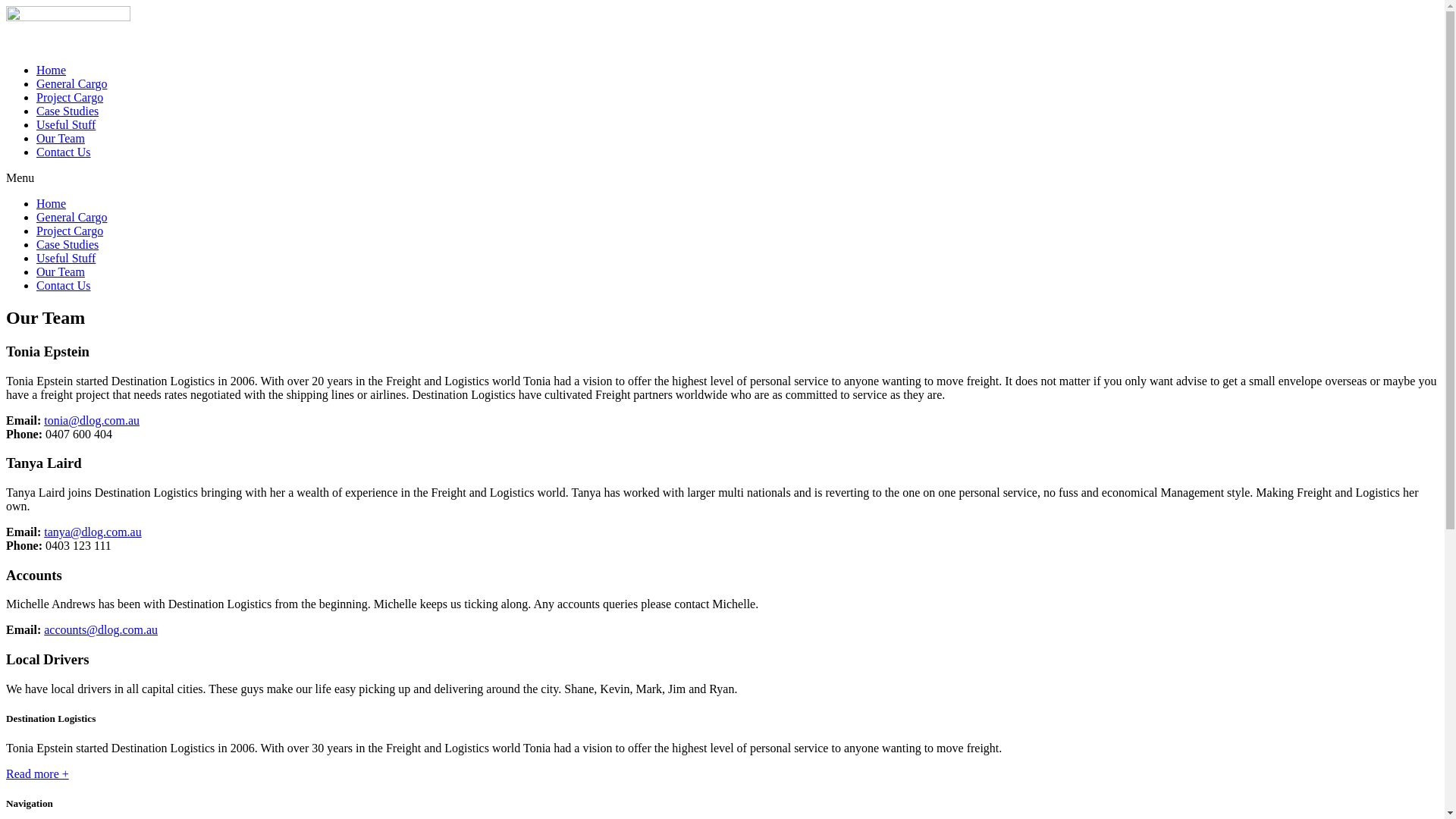 The height and width of the screenshot is (819, 1456). I want to click on 'tanya@dlog.com.au', so click(43, 531).